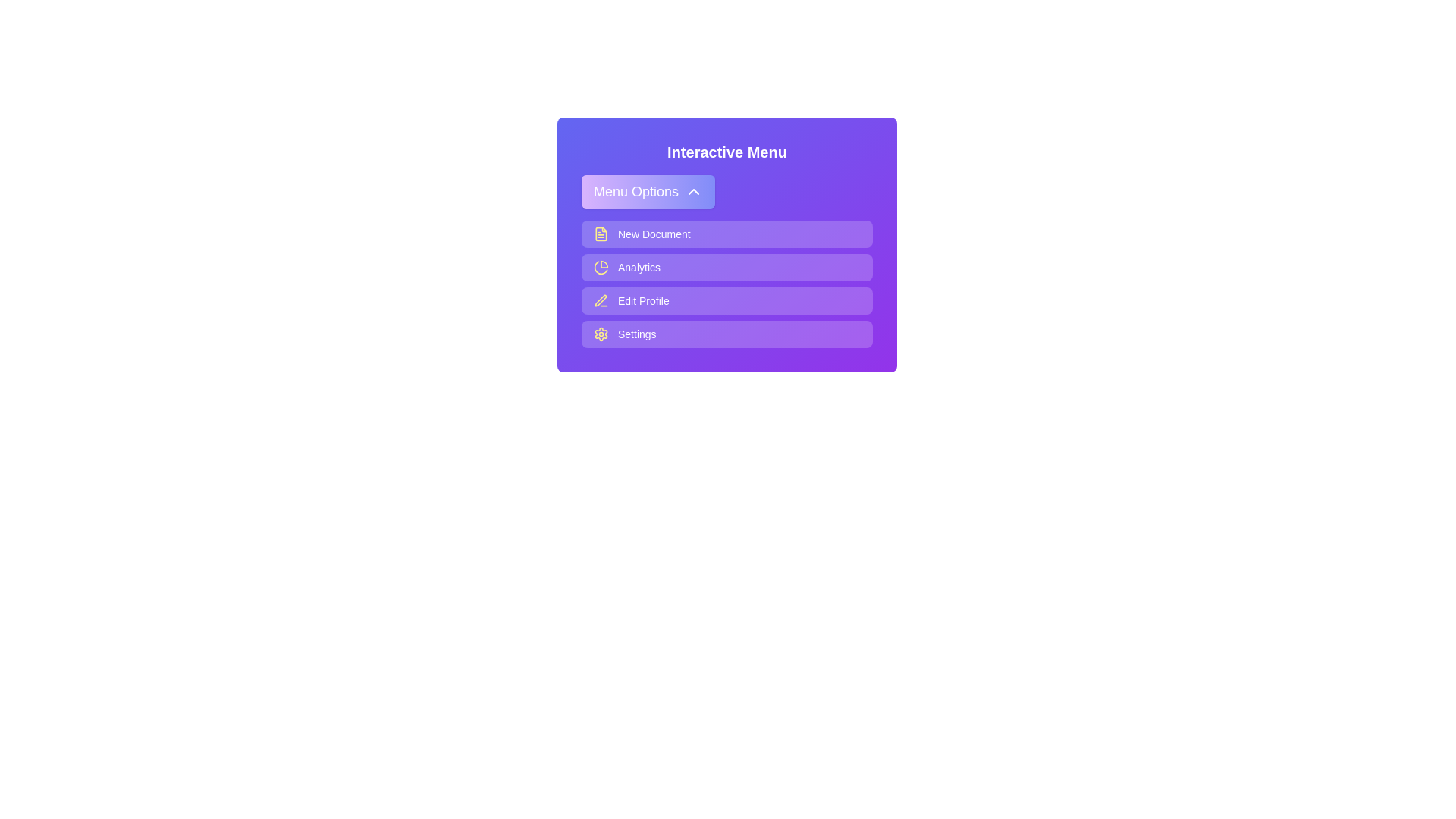 The width and height of the screenshot is (1456, 819). I want to click on the dropdown trigger button located below the 'Interactive Menu' heading, so click(648, 191).